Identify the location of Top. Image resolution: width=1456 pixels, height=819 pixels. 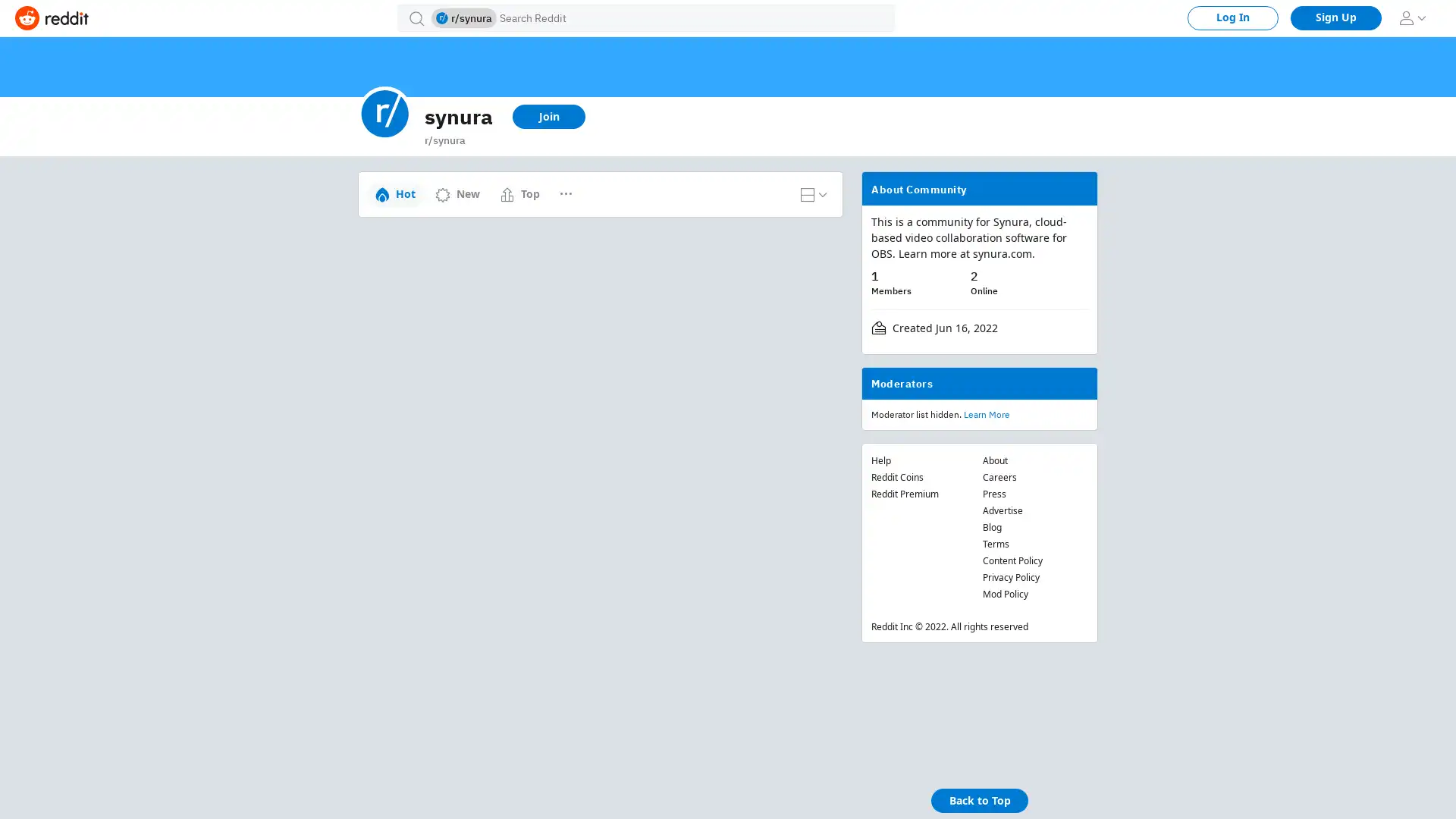
(519, 193).